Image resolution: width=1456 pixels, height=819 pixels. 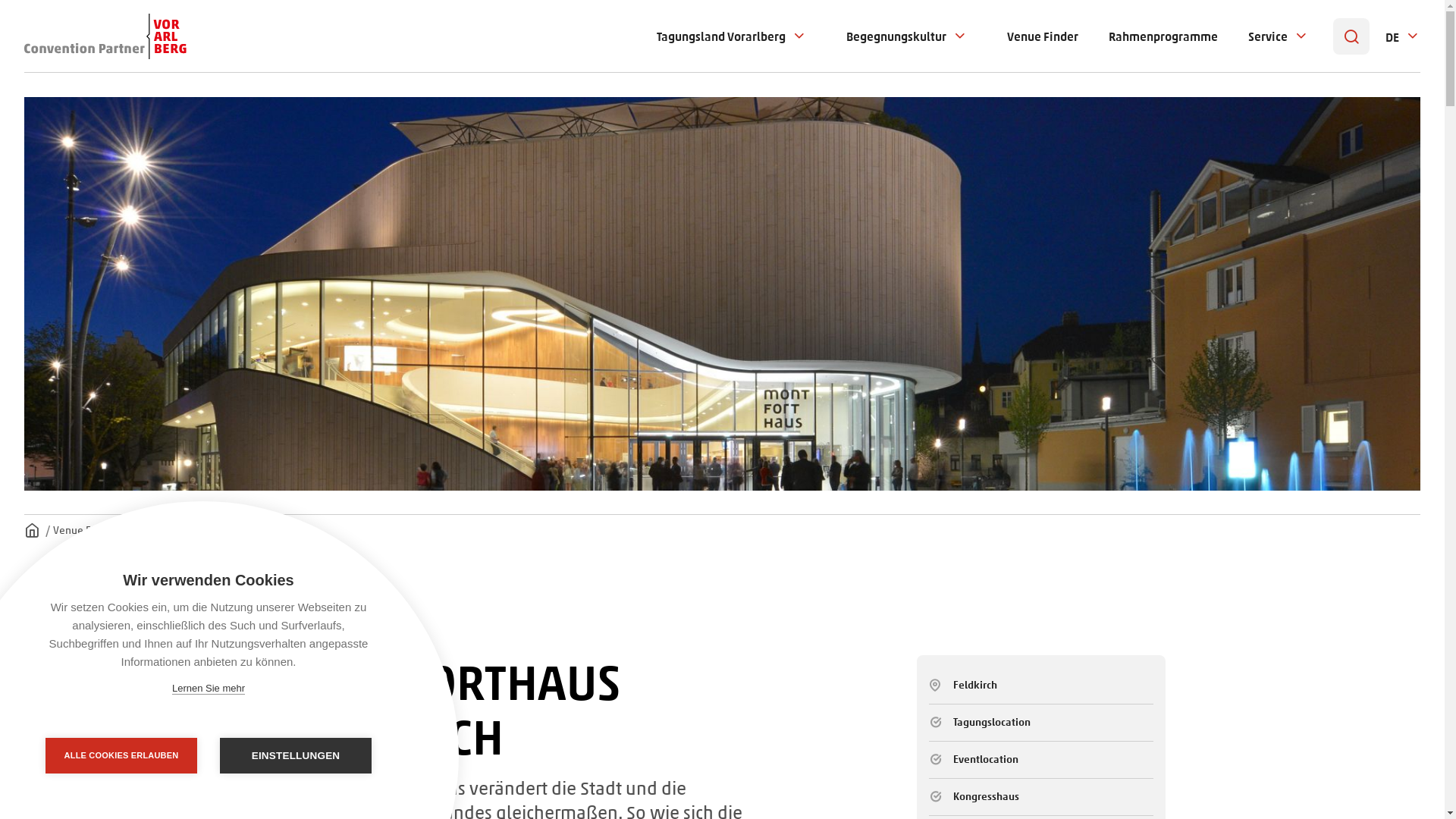 What do you see at coordinates (105, 35) in the screenshot?
I see `'Convention Partner Vorarlberg Logo'` at bounding box center [105, 35].